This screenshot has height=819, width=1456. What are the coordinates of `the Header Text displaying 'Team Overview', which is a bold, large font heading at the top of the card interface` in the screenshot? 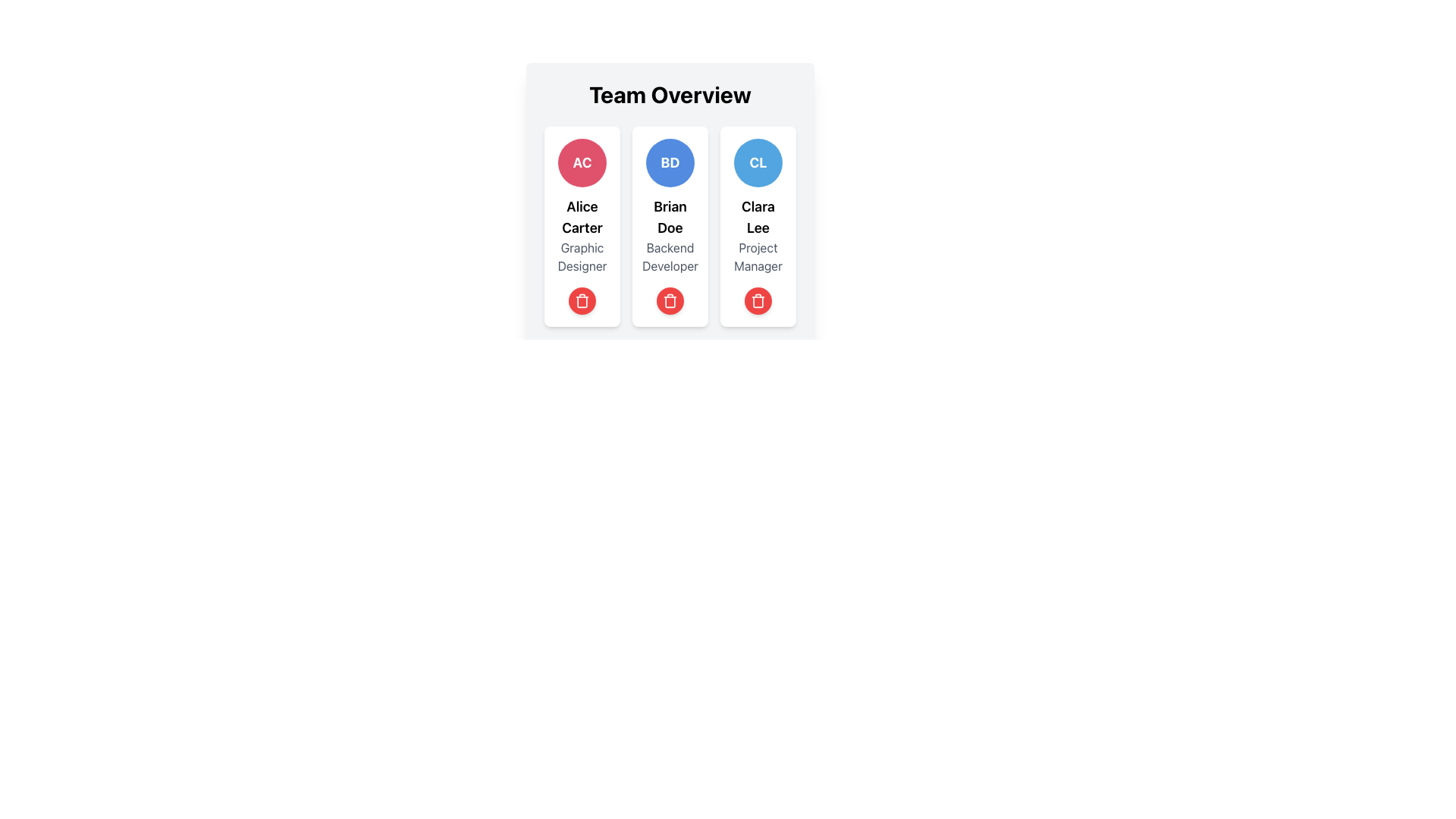 It's located at (669, 94).